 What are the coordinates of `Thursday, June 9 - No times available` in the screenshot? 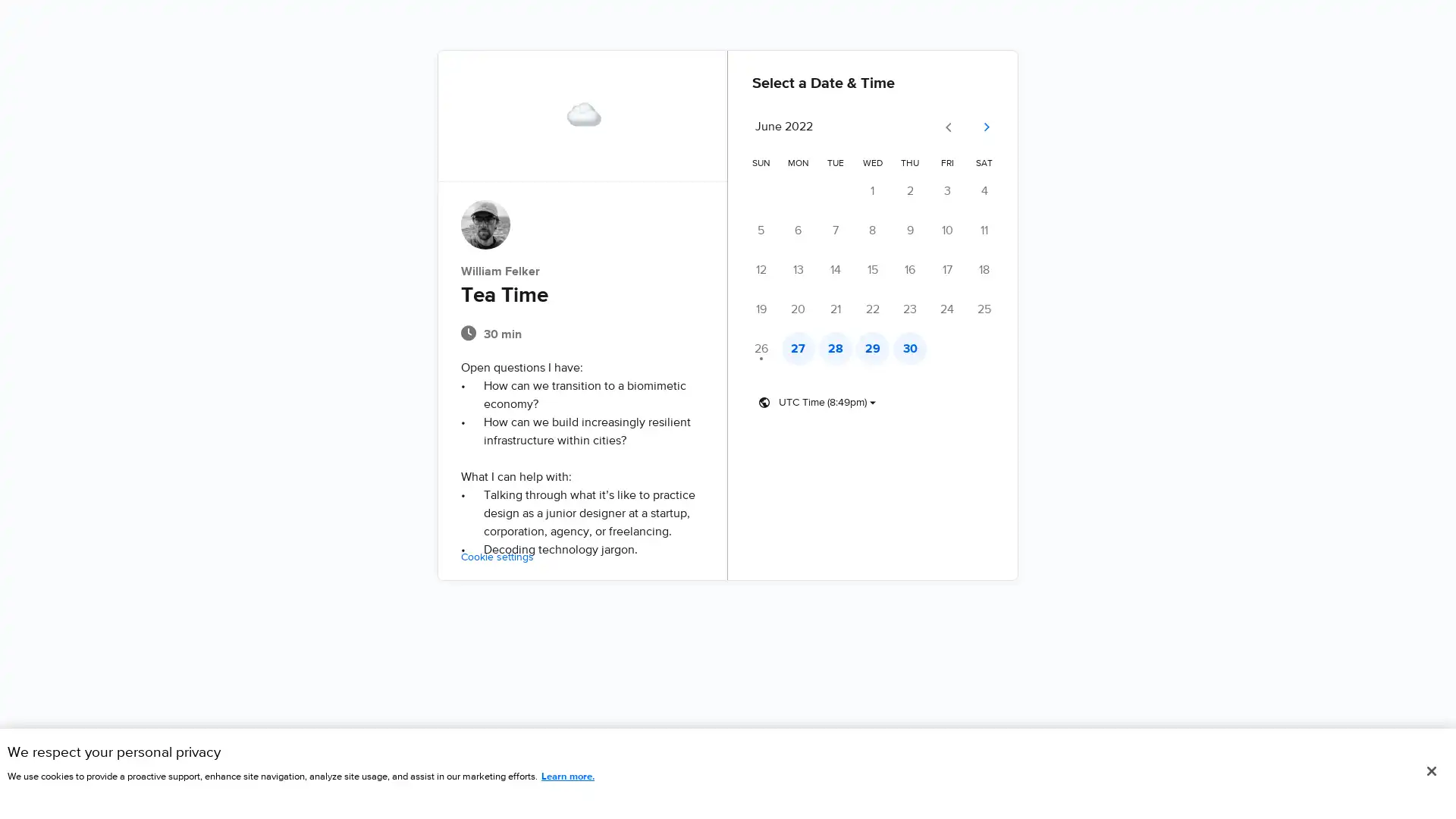 It's located at (917, 231).